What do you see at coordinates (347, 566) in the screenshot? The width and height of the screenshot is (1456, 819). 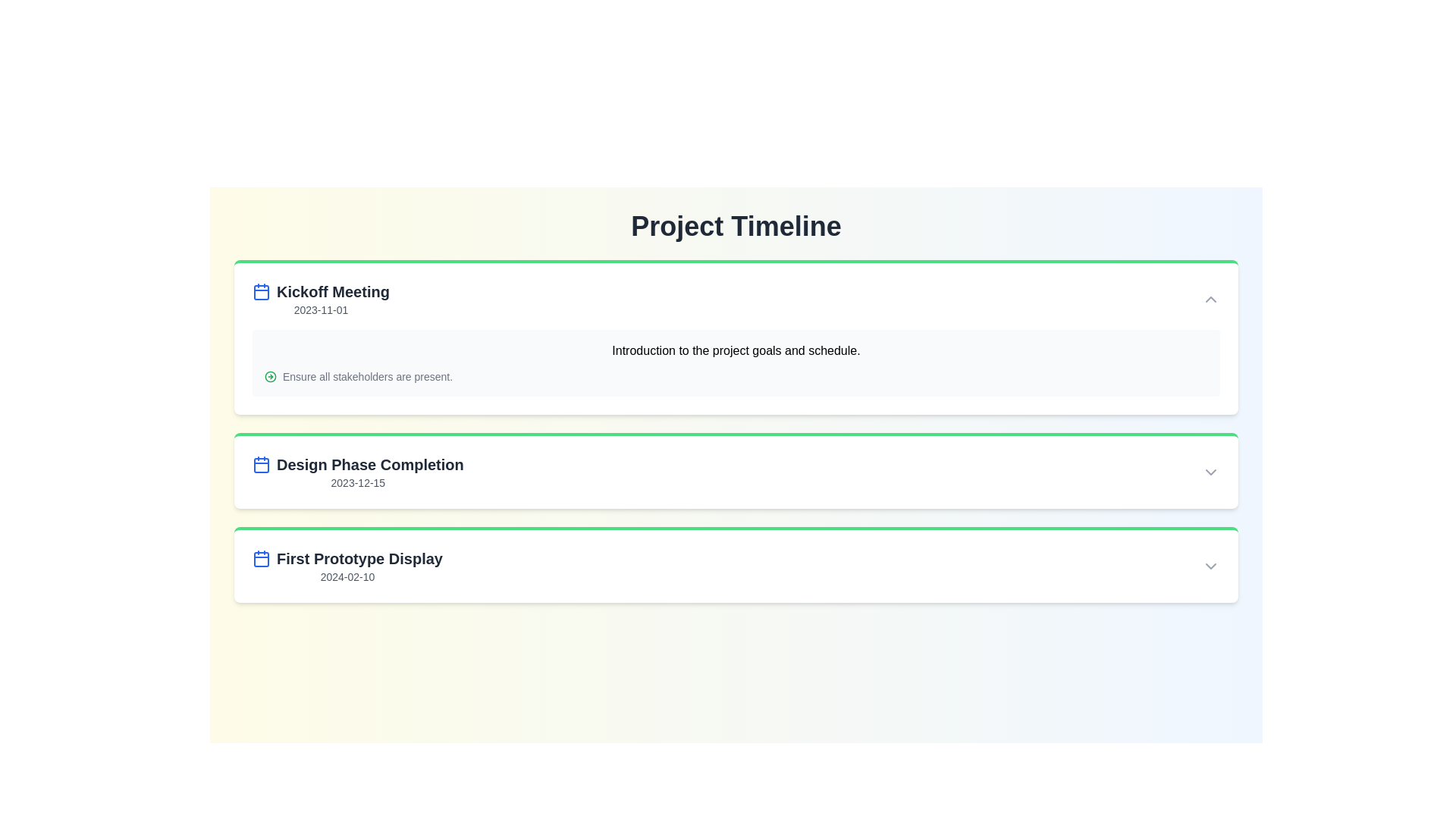 I see `on the 'First Prototype Display' element, which features a bold heading and a grey date below it` at bounding box center [347, 566].